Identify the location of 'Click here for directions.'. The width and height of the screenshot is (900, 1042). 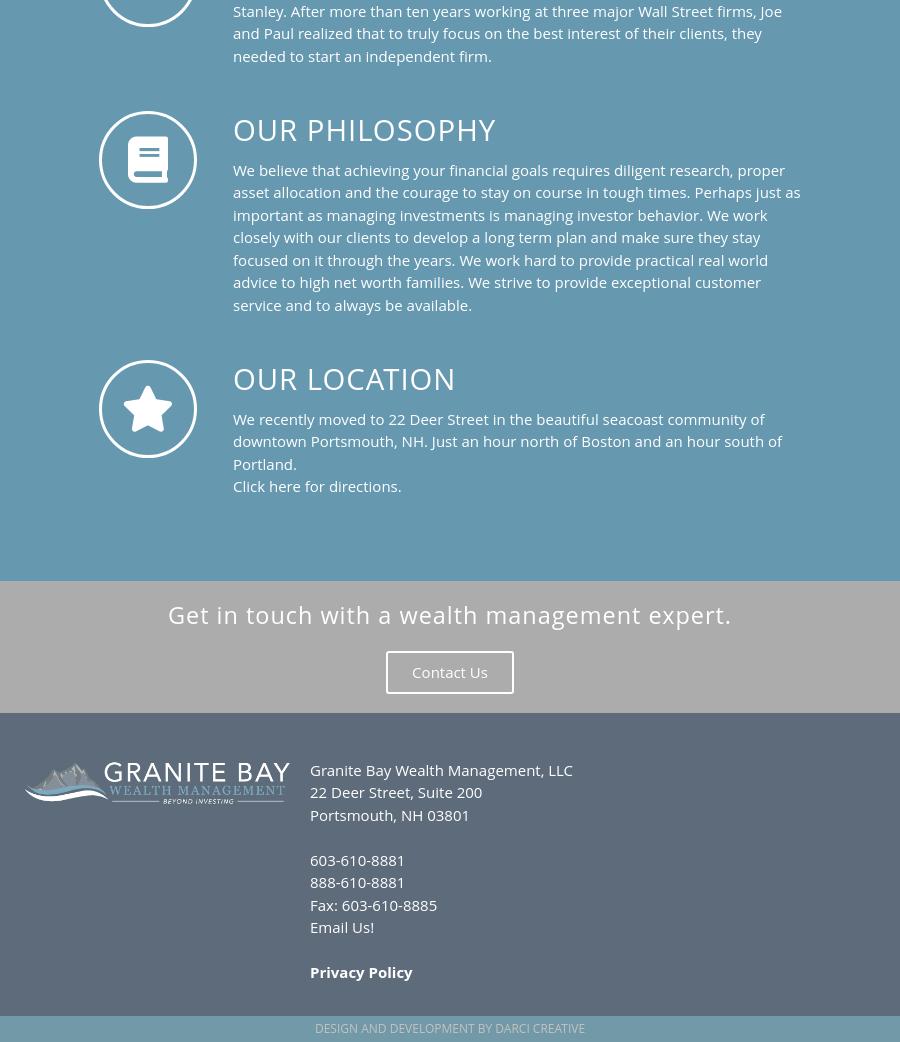
(315, 485).